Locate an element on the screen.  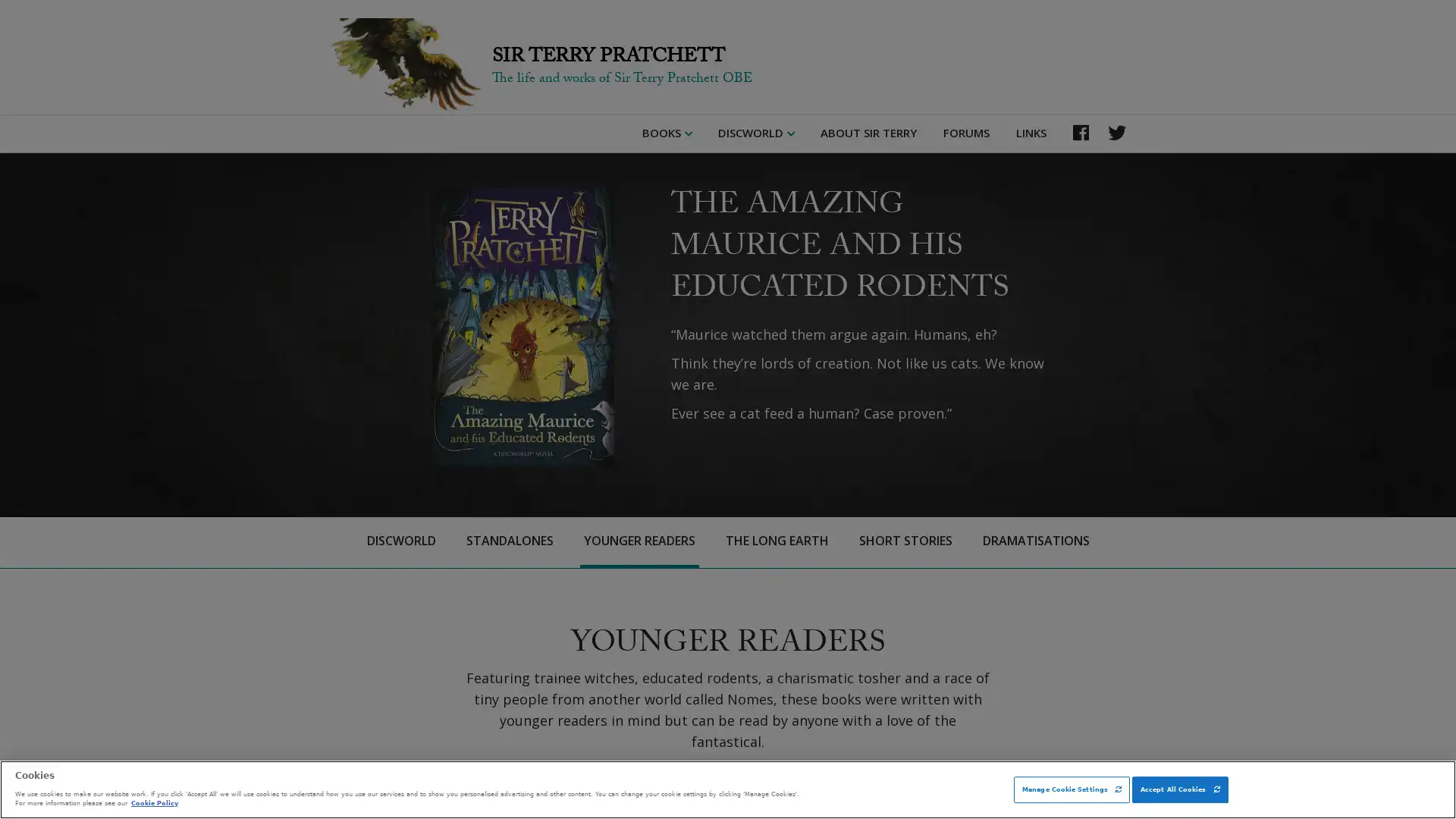
Manage Cookie Settings is located at coordinates (1071, 789).